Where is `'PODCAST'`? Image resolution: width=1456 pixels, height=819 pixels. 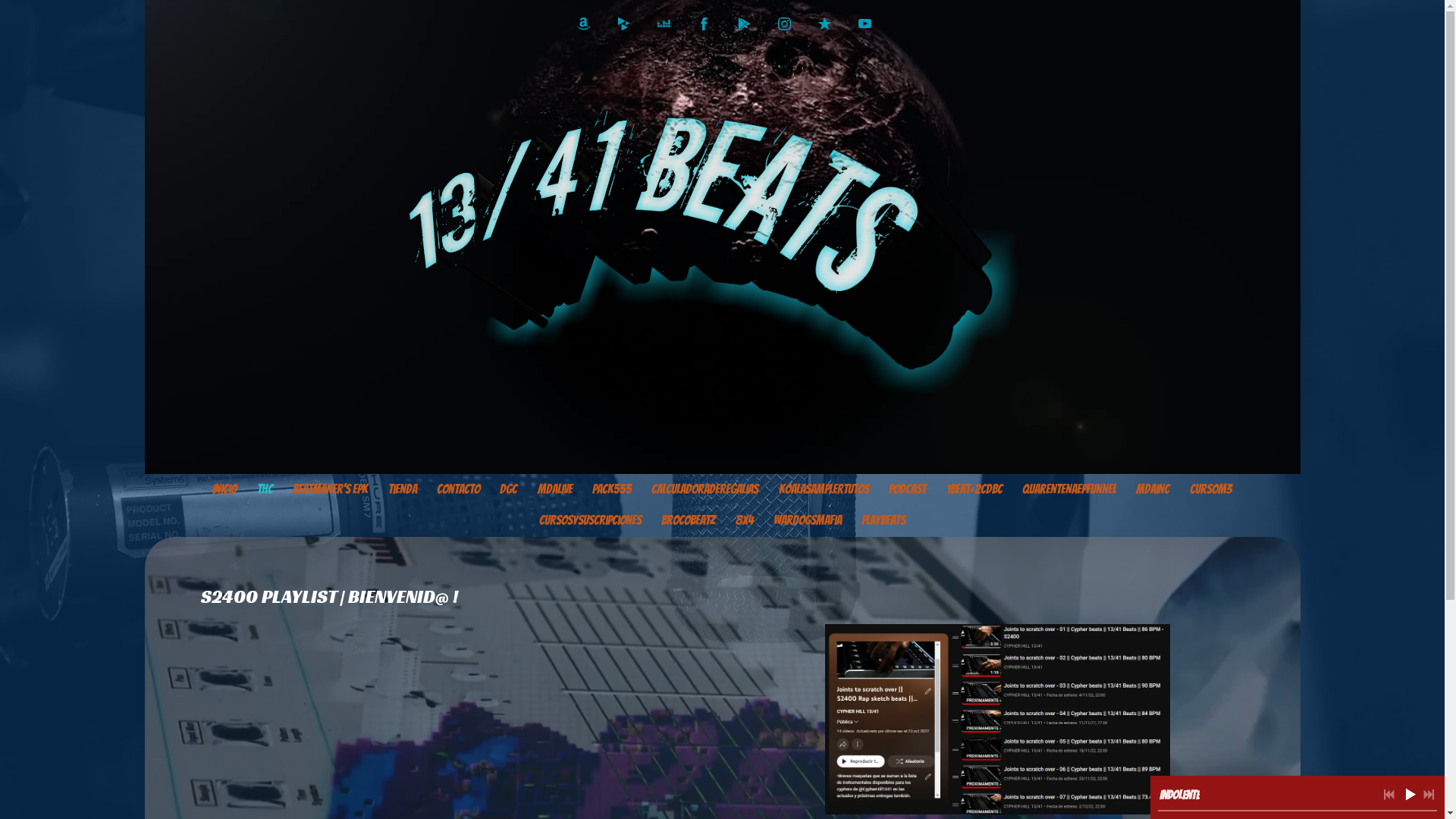 'PODCAST' is located at coordinates (878, 489).